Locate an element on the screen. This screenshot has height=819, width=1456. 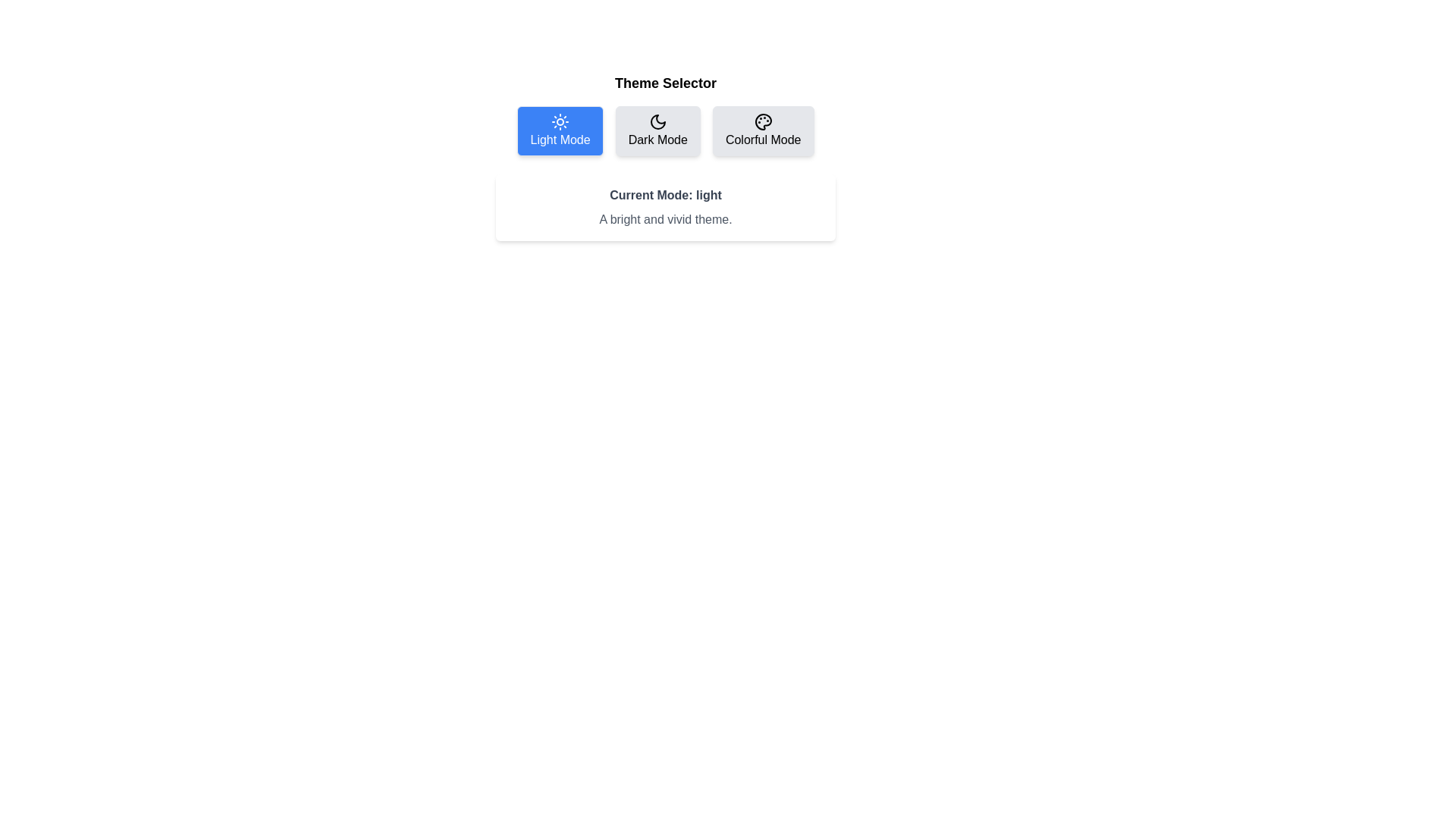
the crescent moon icon for Dark Mode, which is the second icon in the row of options between Light Mode and Colorful Mode is located at coordinates (657, 121).